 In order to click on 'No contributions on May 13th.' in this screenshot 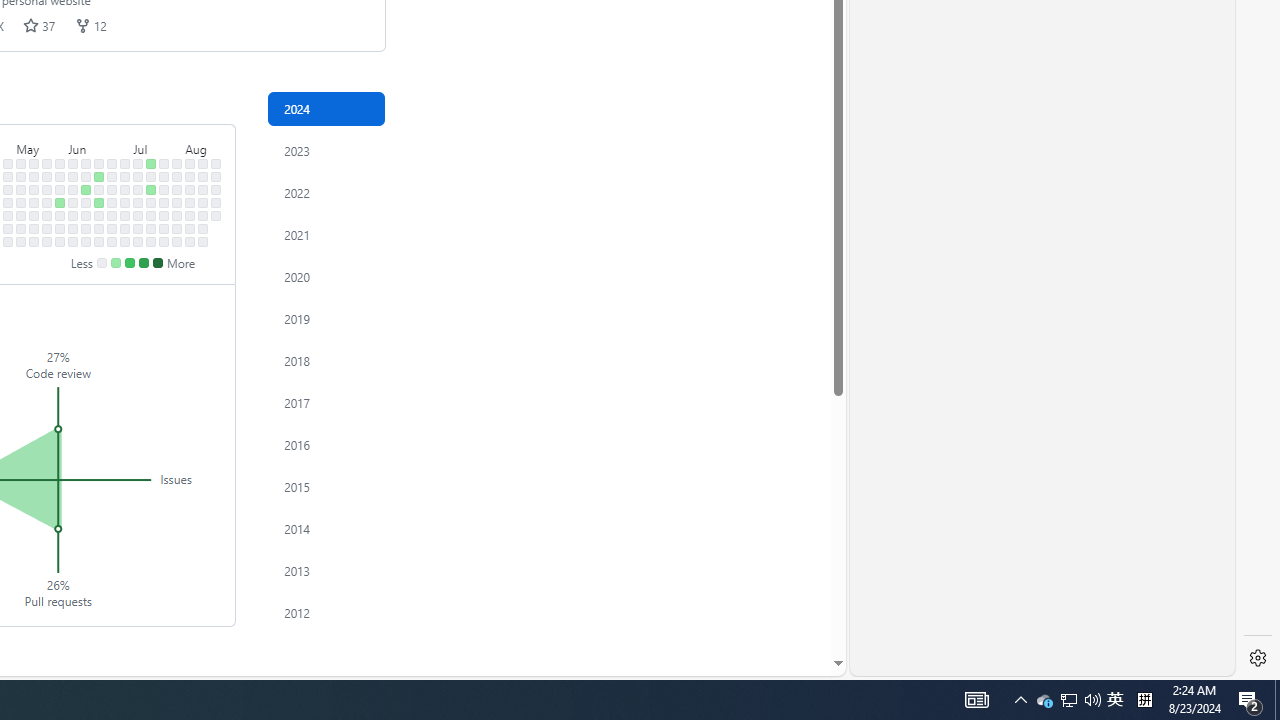, I will do `click(34, 175)`.